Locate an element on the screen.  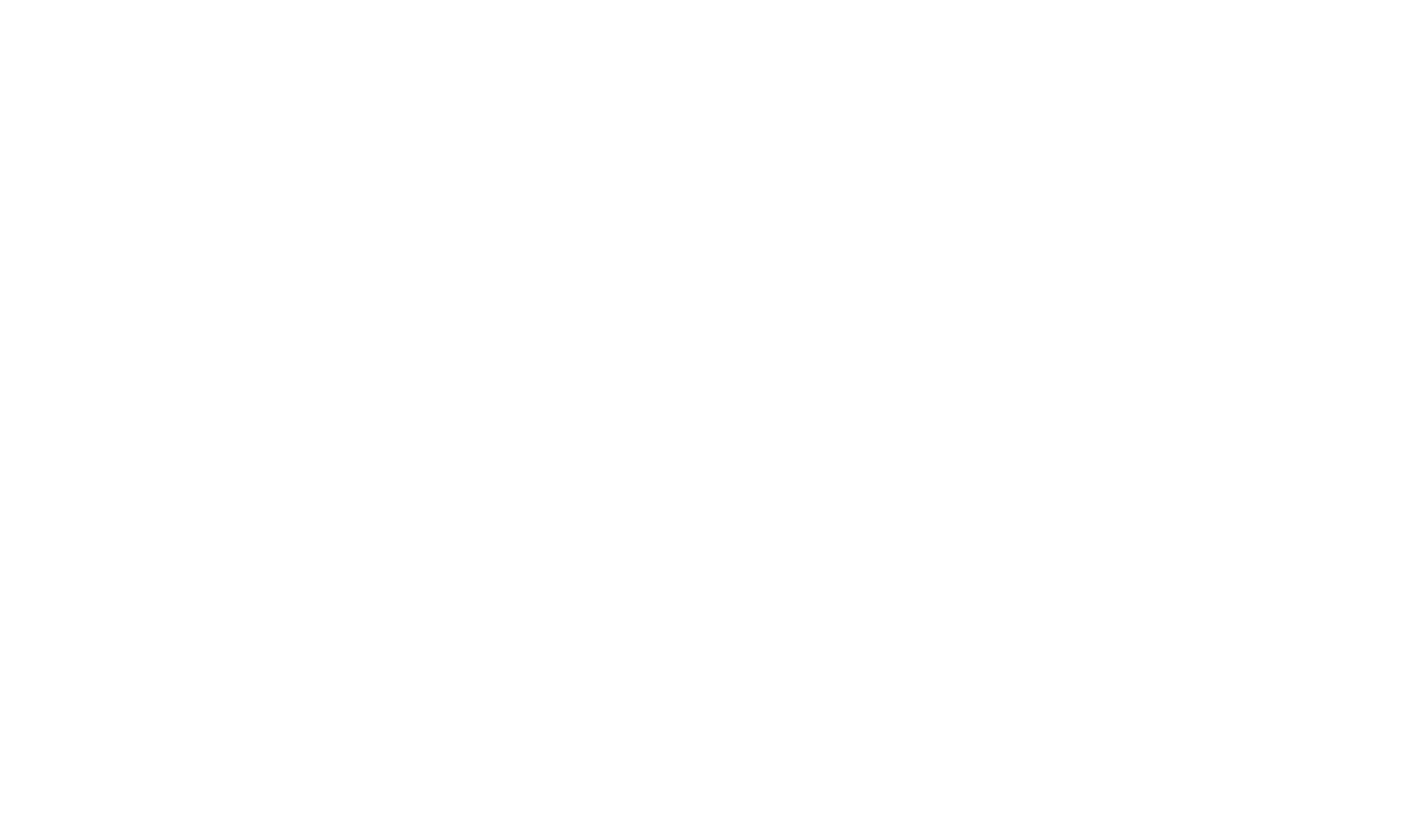
'Book now' is located at coordinates (1306, 33).